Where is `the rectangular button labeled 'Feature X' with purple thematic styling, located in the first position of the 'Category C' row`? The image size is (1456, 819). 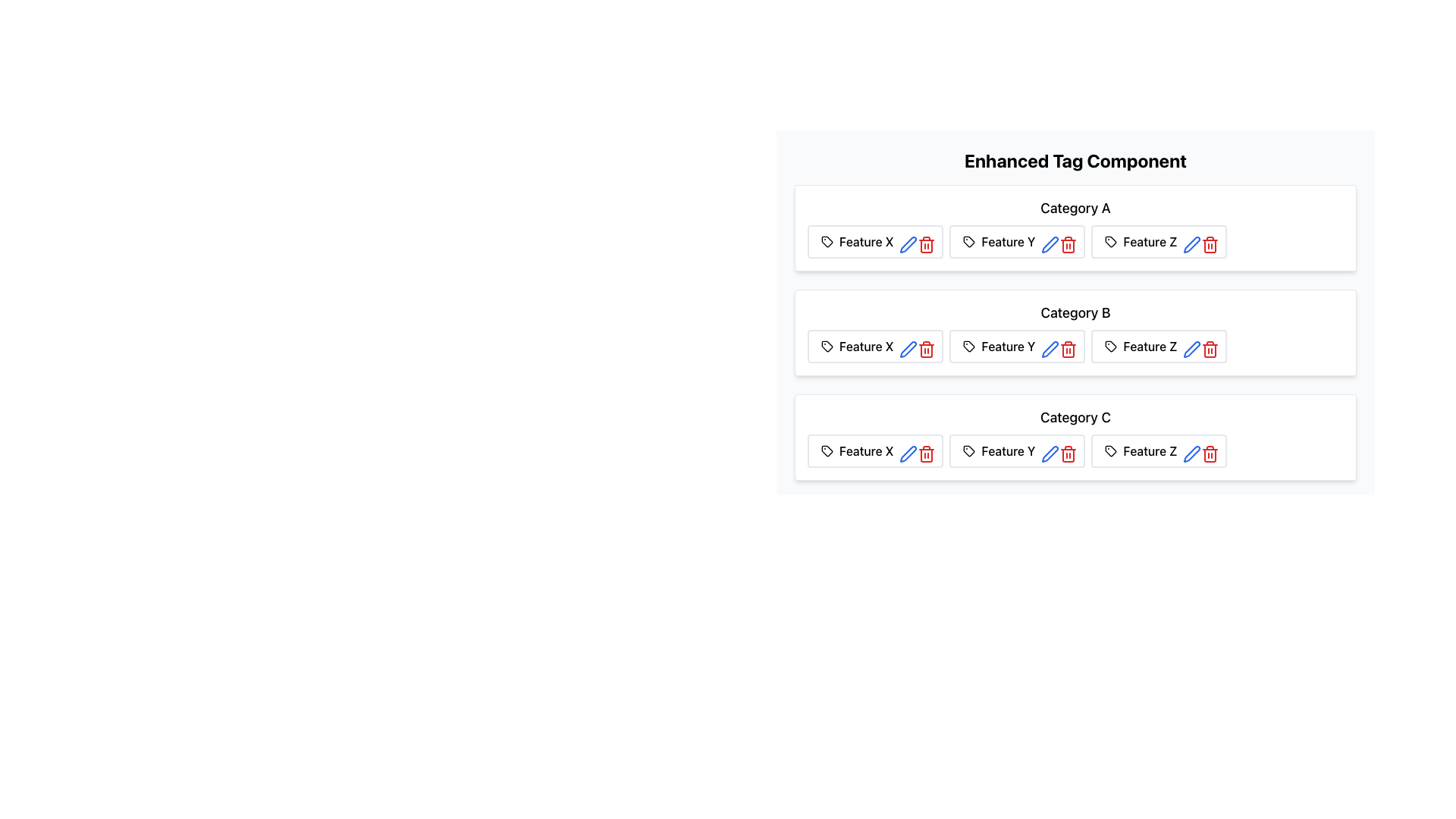 the rectangular button labeled 'Feature X' with purple thematic styling, located in the first position of the 'Category C' row is located at coordinates (875, 450).